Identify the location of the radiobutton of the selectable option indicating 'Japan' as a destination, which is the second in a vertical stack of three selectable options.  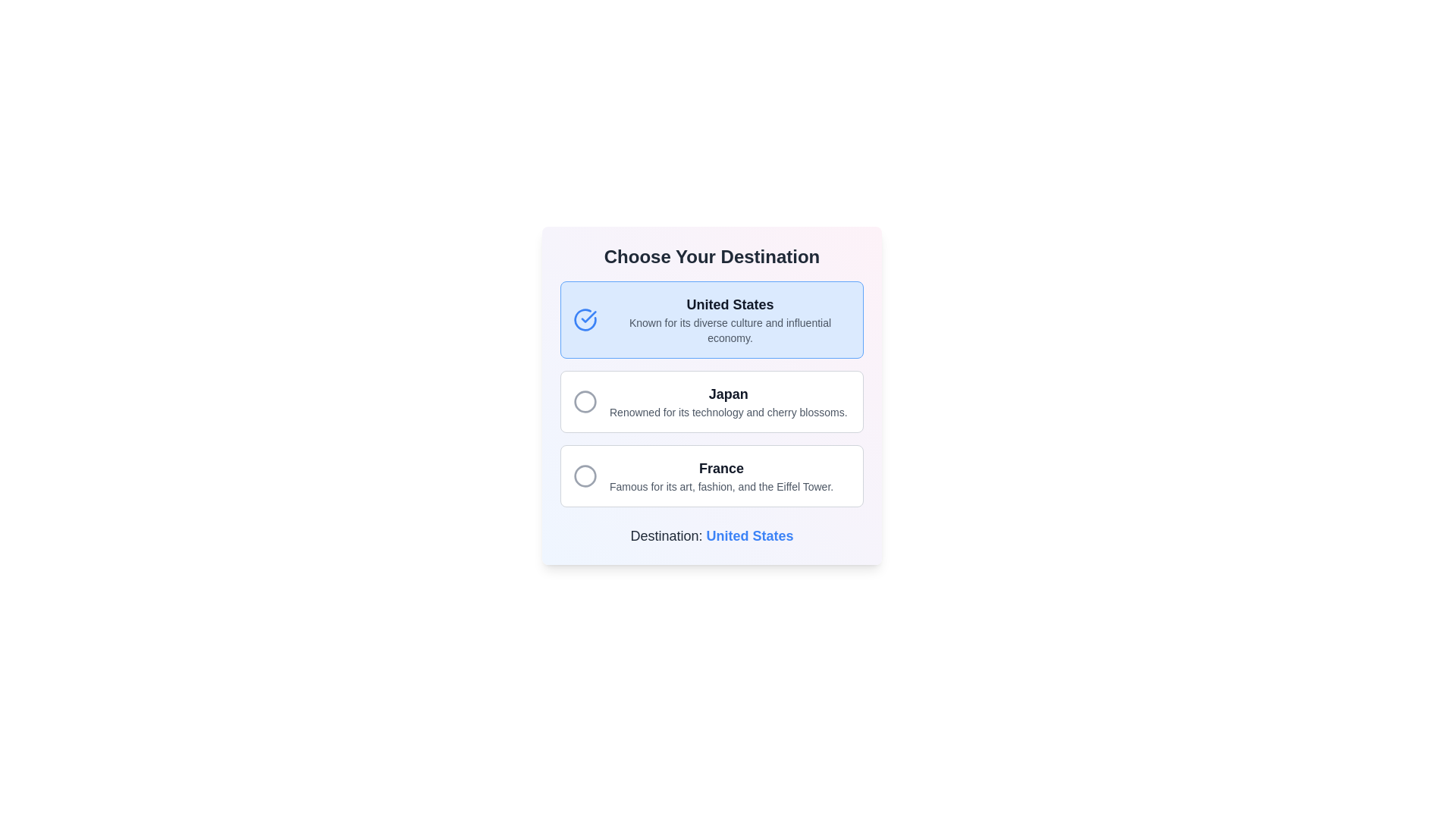
(711, 400).